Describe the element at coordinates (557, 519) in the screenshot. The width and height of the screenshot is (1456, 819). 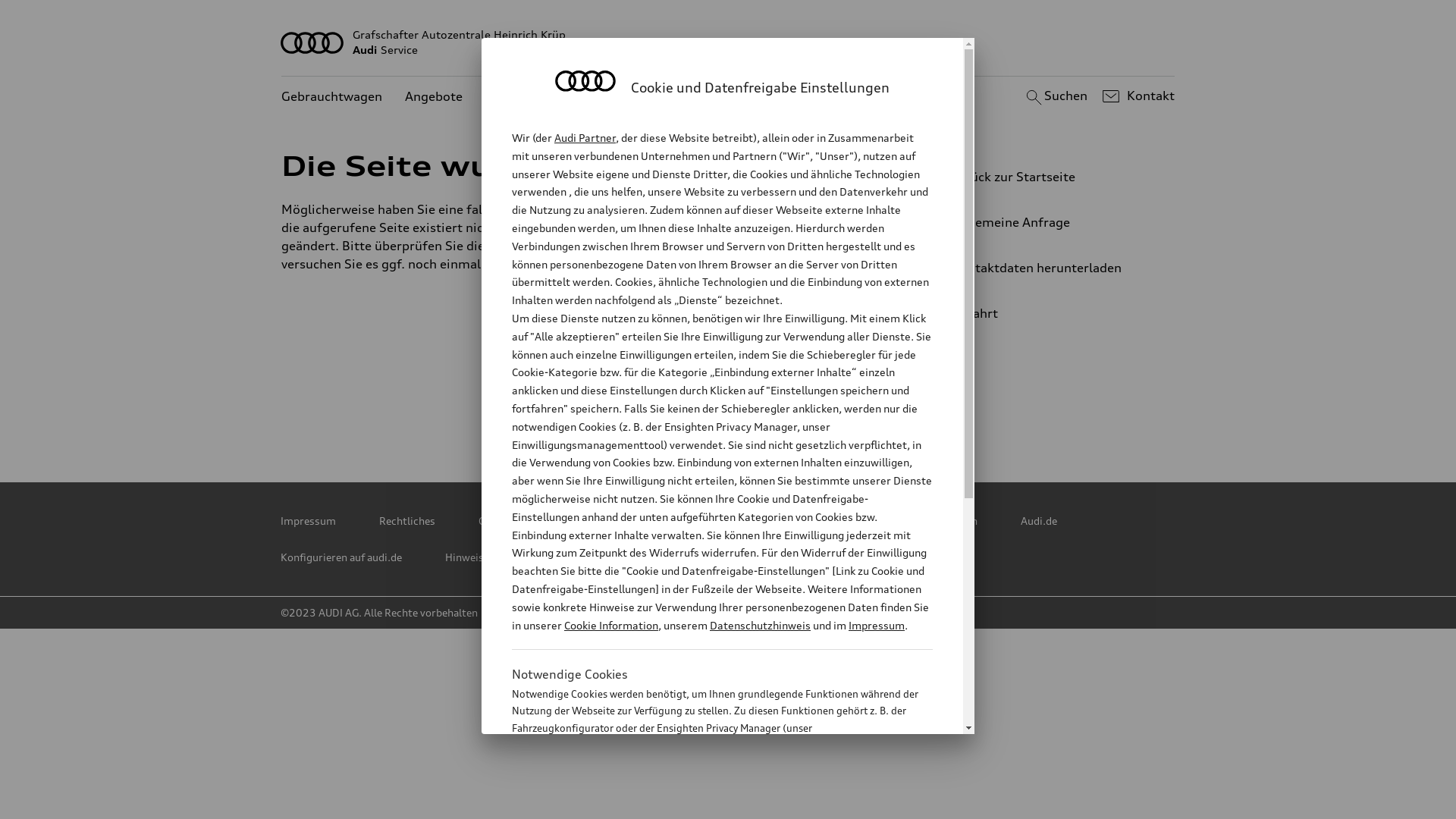
I see `'Copyright & Haftungsausschluss'` at that location.